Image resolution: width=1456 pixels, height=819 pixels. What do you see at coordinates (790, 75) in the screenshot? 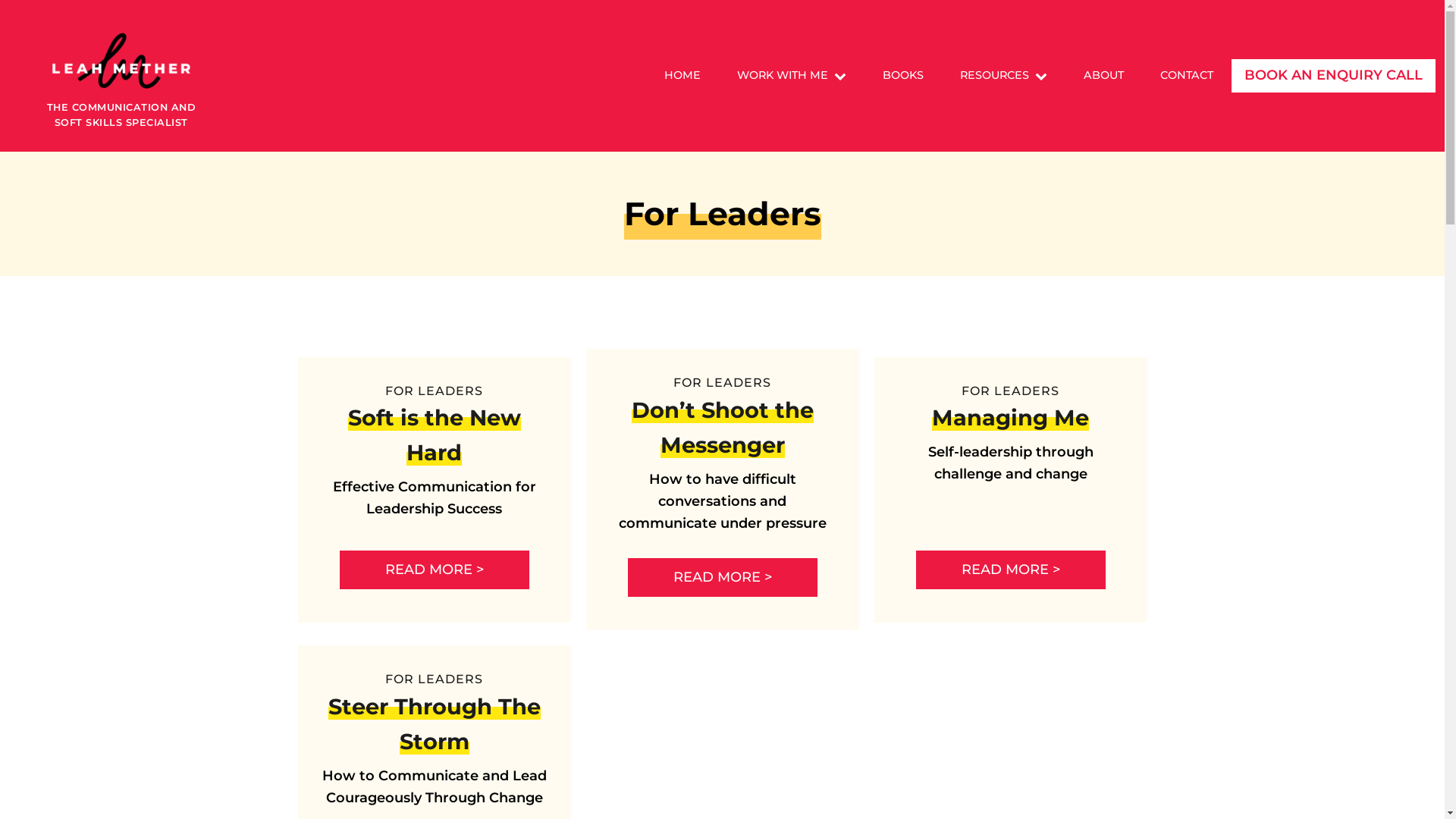
I see `'WORK WITH ME'` at bounding box center [790, 75].